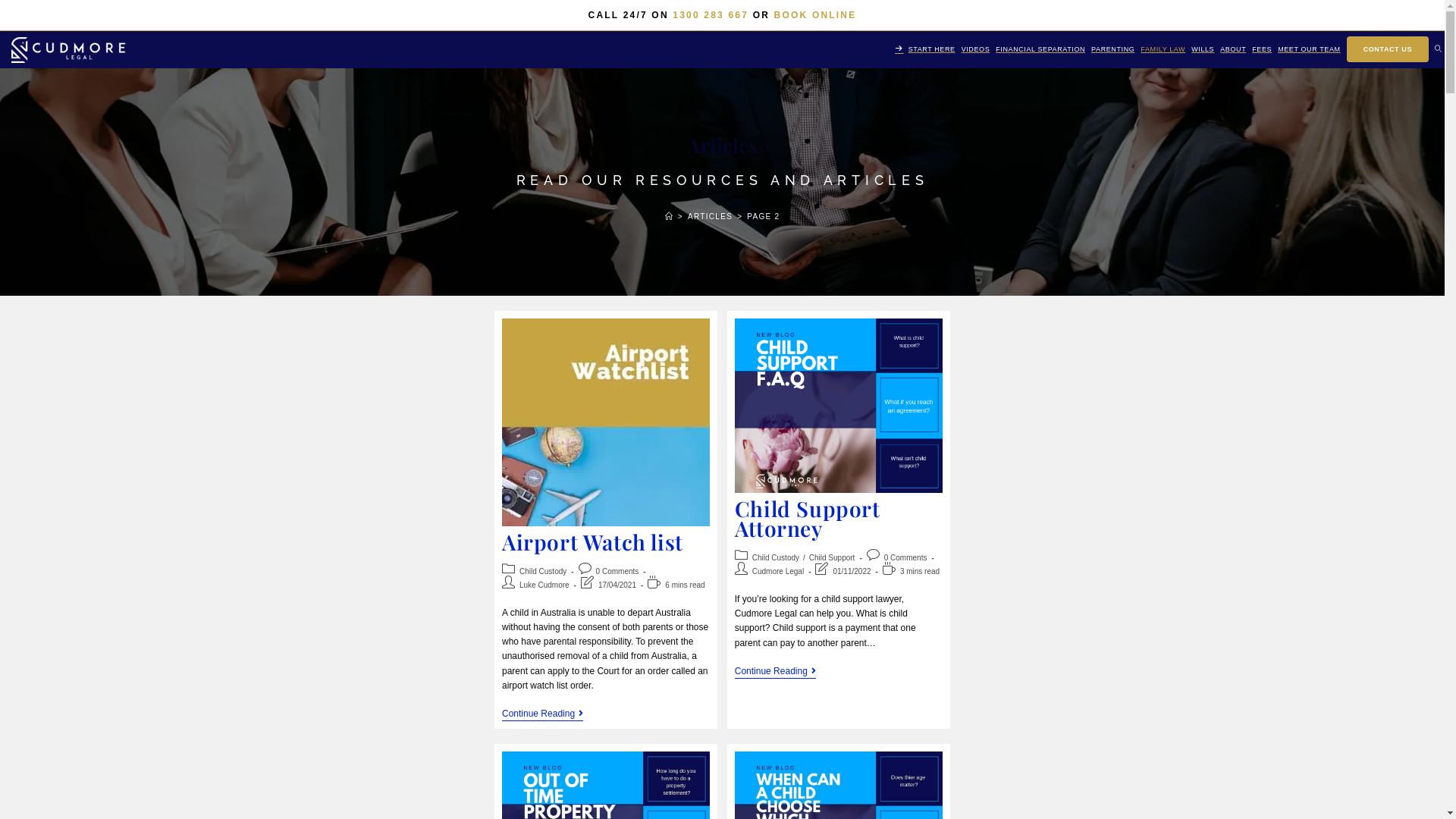 The image size is (1456, 819). Describe the element at coordinates (775, 557) in the screenshot. I see `'Child Custody'` at that location.